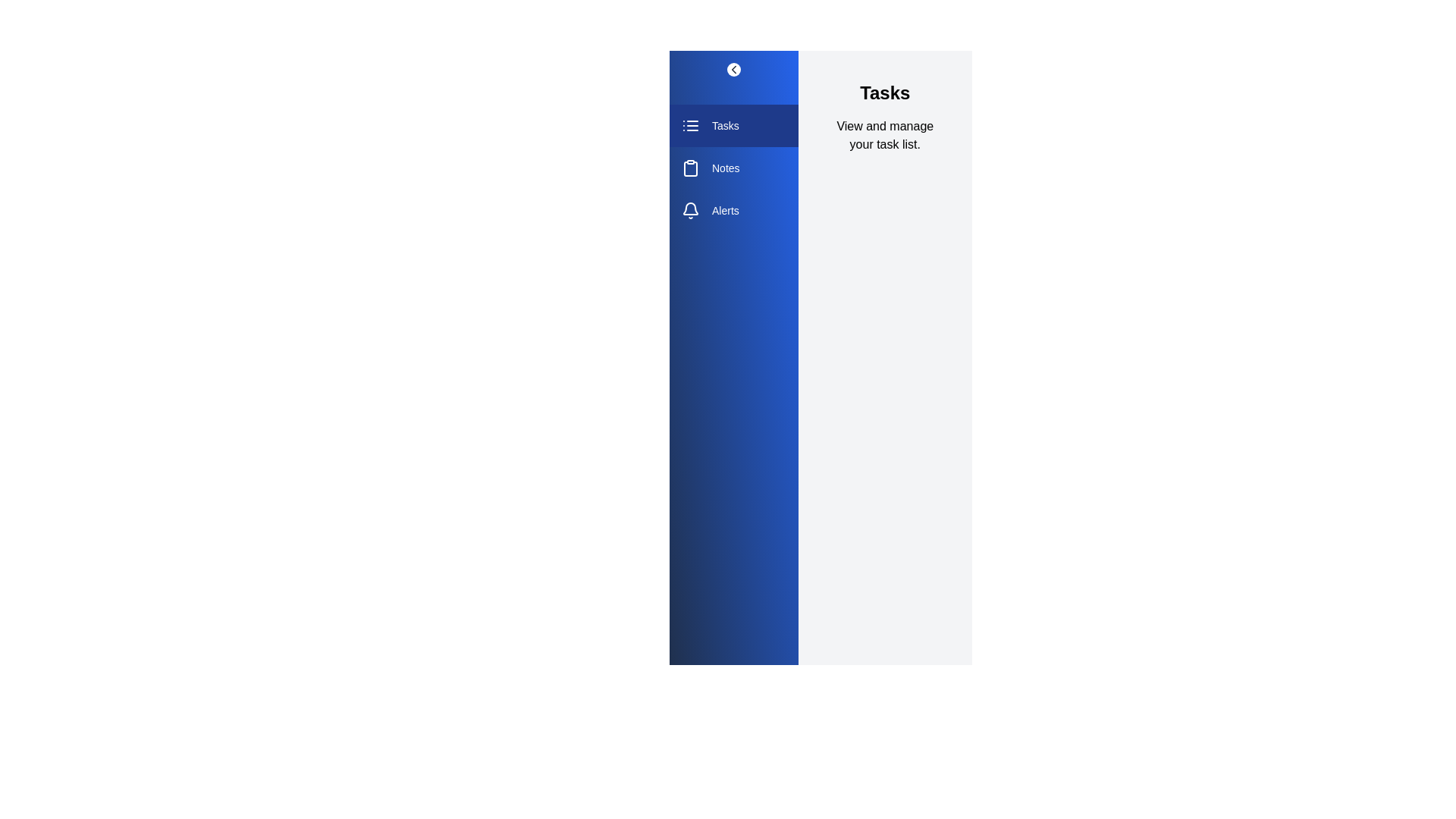 The image size is (1456, 819). I want to click on the section Alerts from the sidebar, so click(733, 210).